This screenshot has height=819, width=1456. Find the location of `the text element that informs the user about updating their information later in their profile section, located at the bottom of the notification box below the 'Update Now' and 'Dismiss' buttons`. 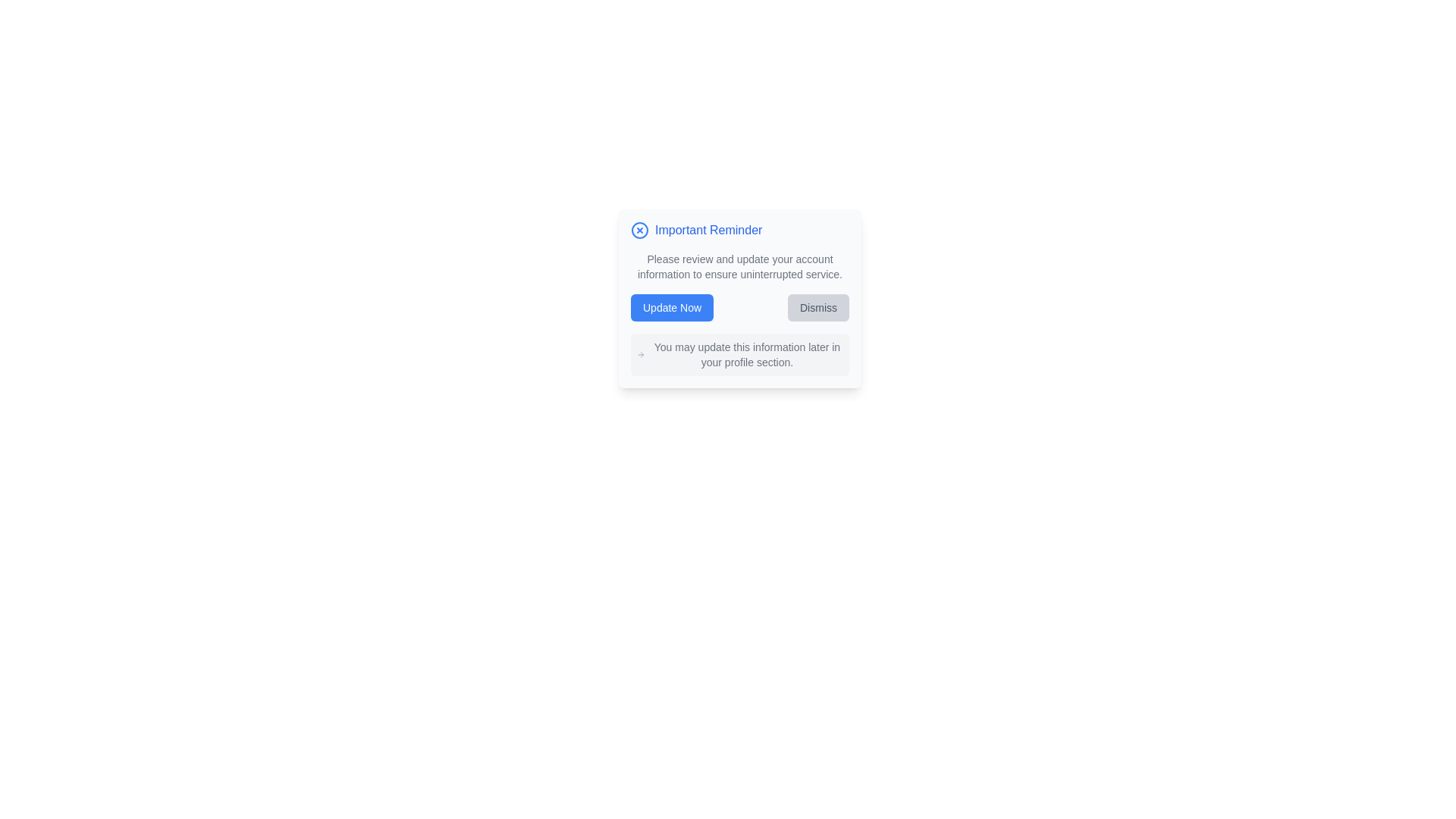

the text element that informs the user about updating their information later in their profile section, located at the bottom of the notification box below the 'Update Now' and 'Dismiss' buttons is located at coordinates (739, 354).